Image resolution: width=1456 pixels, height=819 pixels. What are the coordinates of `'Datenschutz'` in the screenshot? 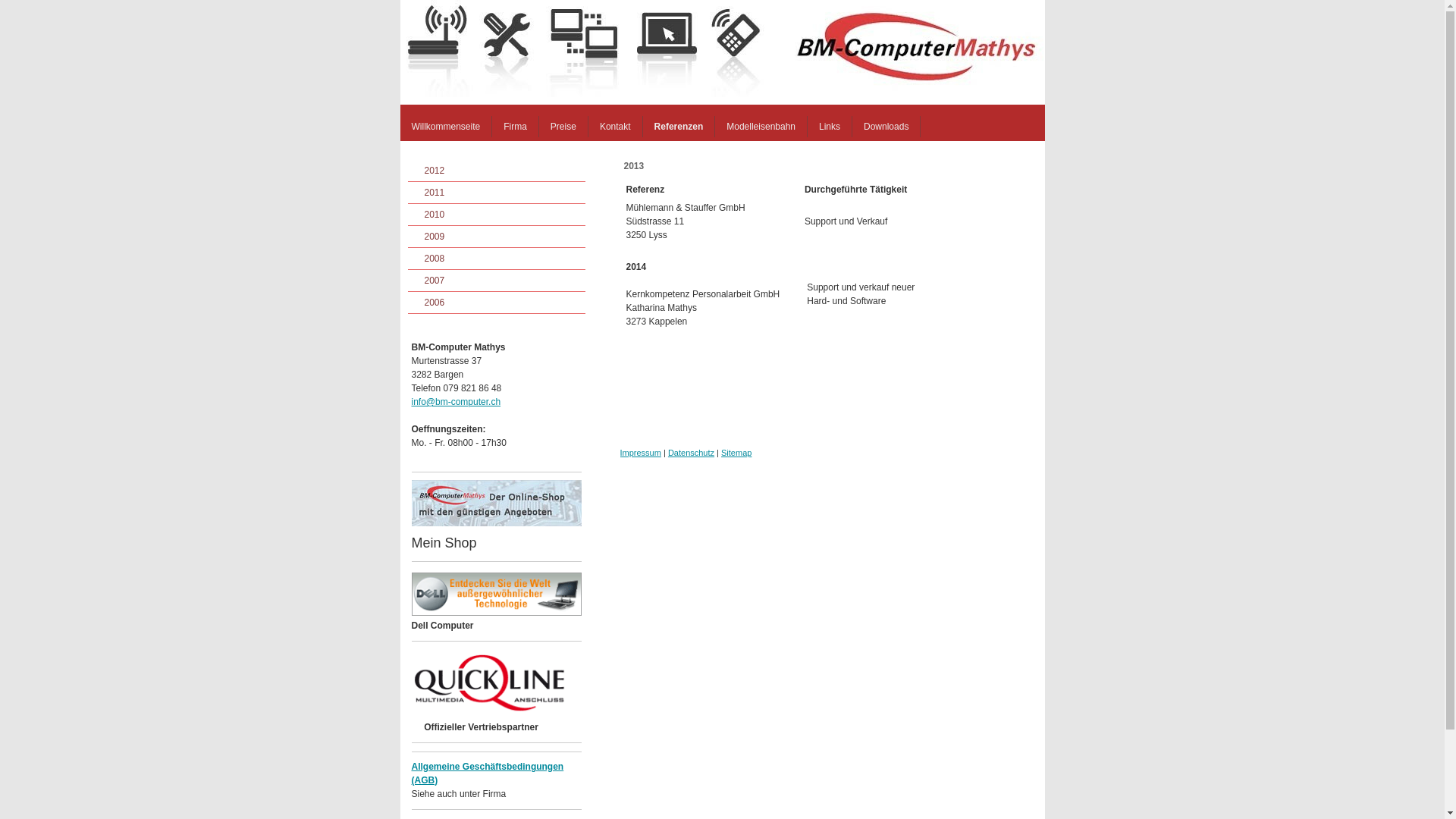 It's located at (690, 452).